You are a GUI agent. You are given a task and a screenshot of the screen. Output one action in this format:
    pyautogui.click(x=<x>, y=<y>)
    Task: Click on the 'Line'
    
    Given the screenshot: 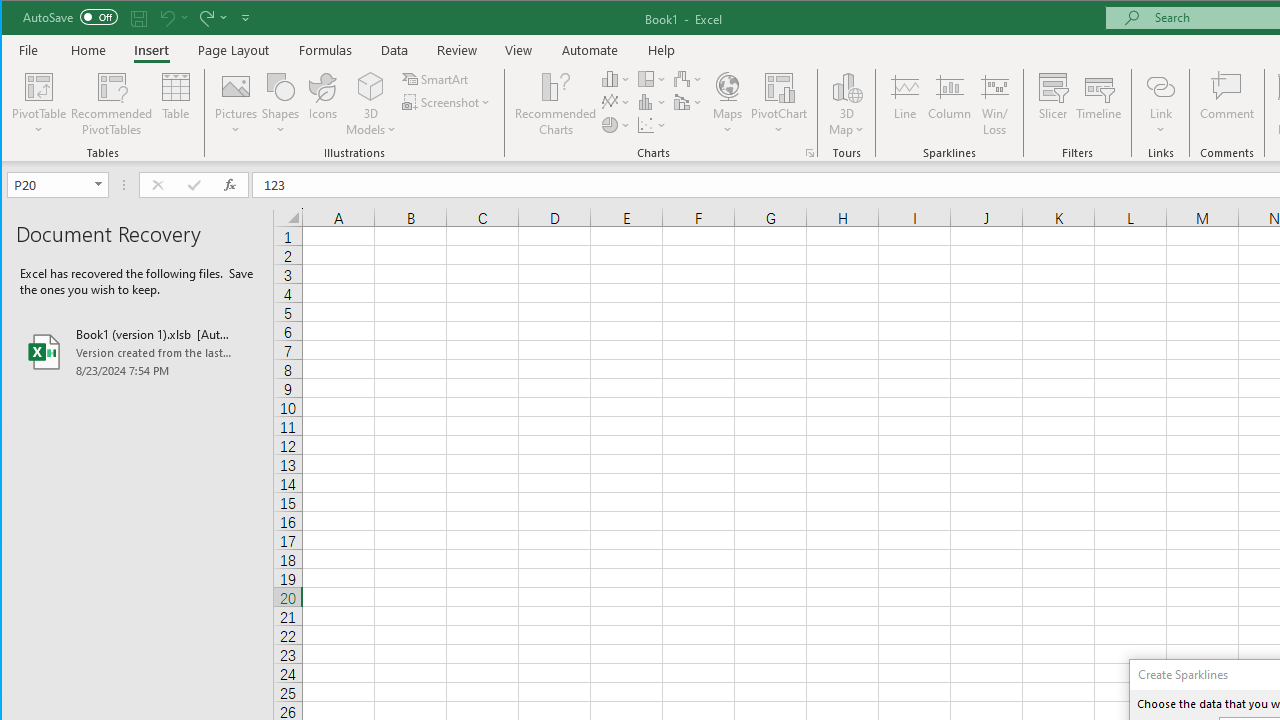 What is the action you would take?
    pyautogui.click(x=903, y=104)
    